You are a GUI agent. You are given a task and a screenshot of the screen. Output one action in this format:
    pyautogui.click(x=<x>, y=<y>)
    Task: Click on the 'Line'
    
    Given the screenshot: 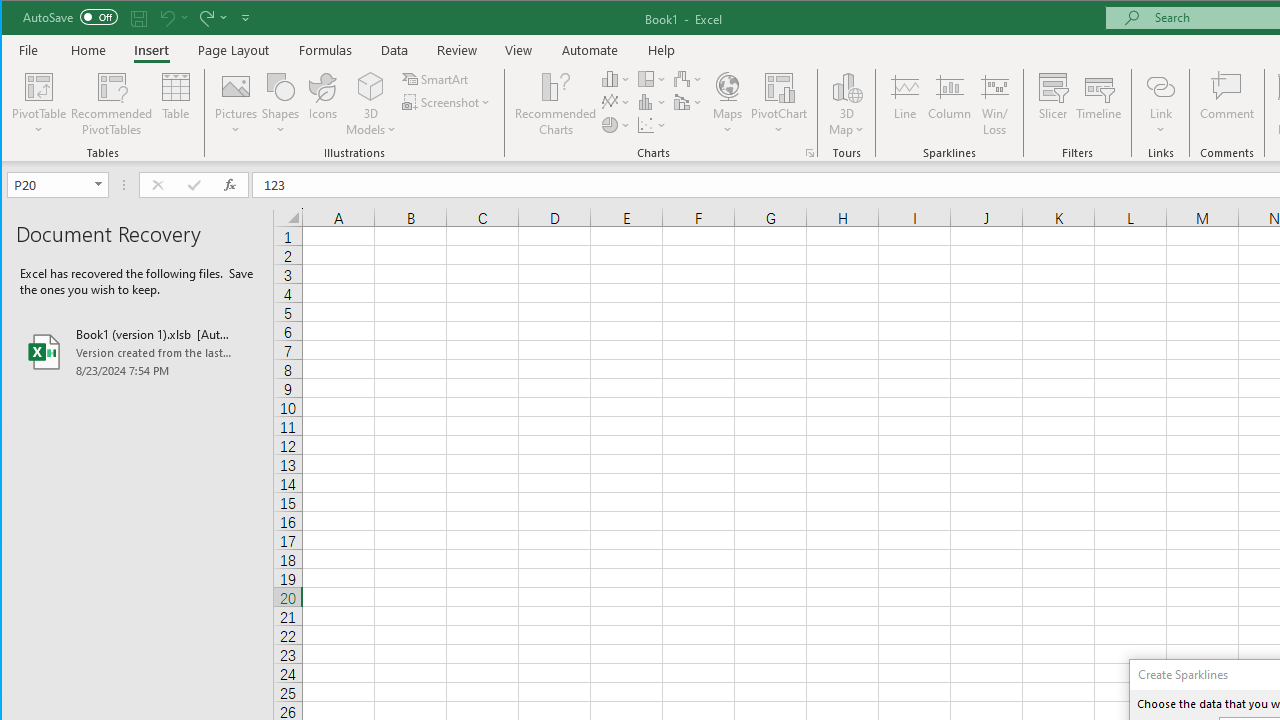 What is the action you would take?
    pyautogui.click(x=903, y=104)
    